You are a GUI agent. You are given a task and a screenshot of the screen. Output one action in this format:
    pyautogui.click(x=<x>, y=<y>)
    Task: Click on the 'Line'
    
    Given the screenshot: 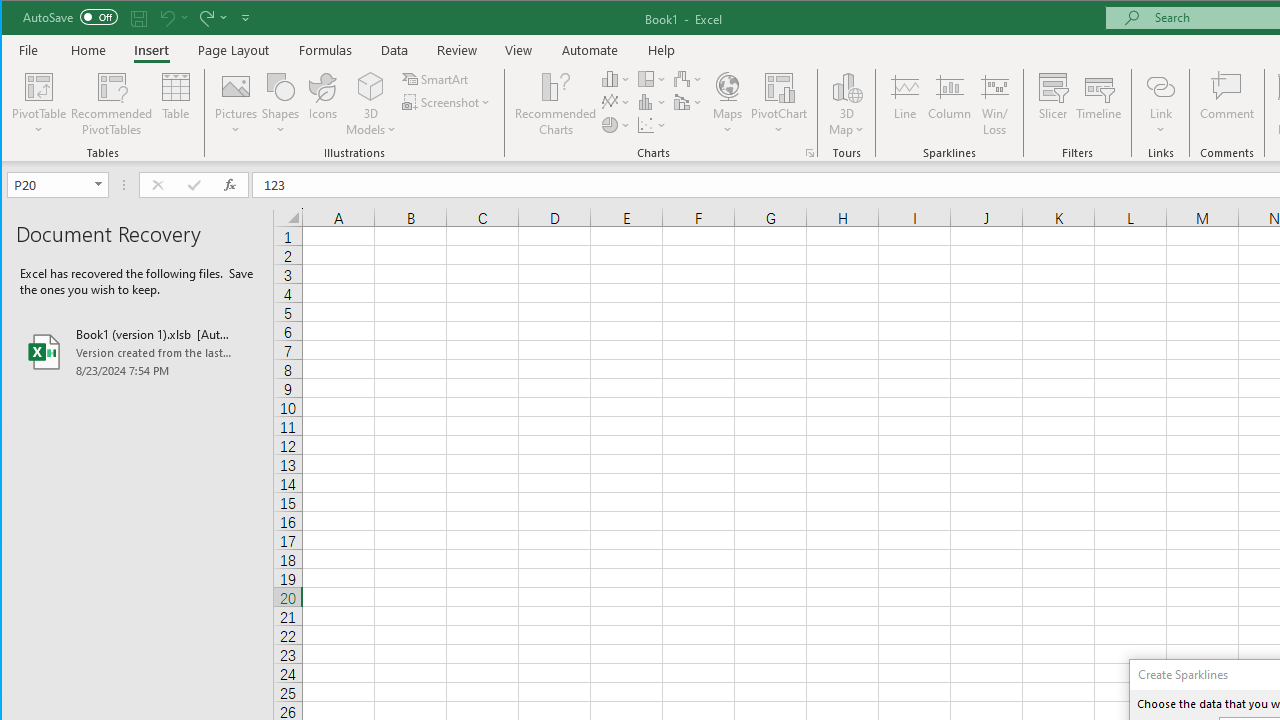 What is the action you would take?
    pyautogui.click(x=903, y=104)
    